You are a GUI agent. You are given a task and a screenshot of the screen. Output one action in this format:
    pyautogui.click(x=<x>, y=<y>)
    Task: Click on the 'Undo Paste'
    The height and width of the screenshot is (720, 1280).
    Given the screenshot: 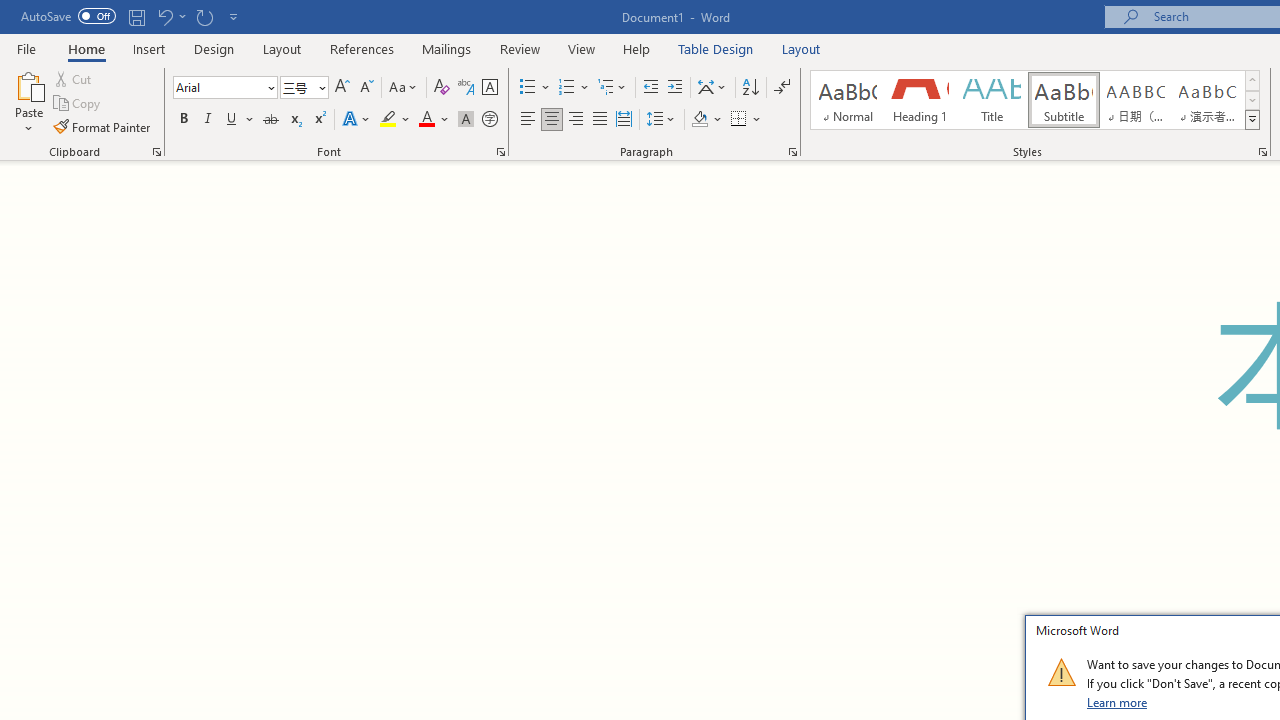 What is the action you would take?
    pyautogui.click(x=170, y=16)
    